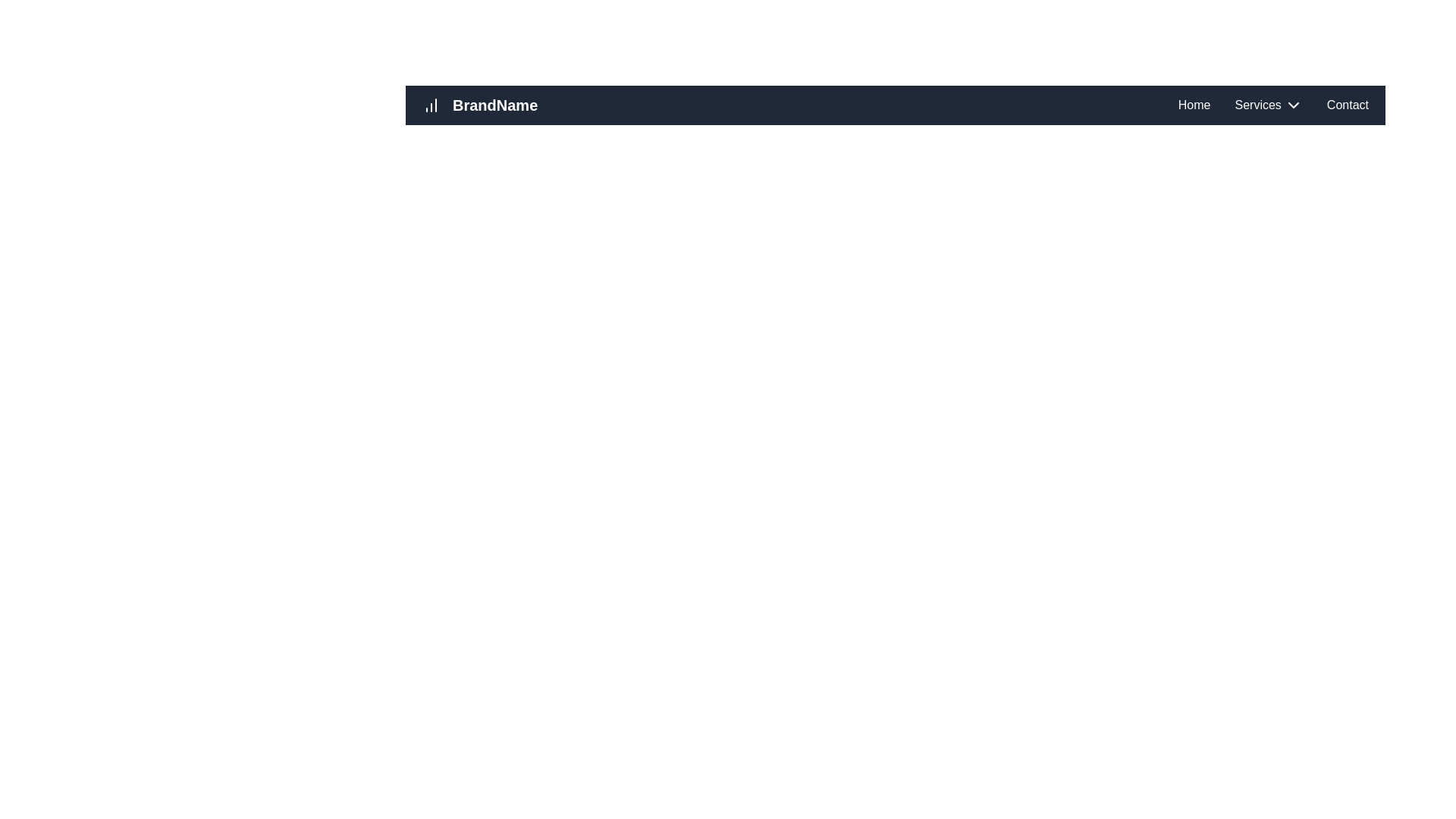 This screenshot has height=819, width=1456. Describe the element at coordinates (1273, 104) in the screenshot. I see `the navigation bar located on the top-right side of the interface` at that location.